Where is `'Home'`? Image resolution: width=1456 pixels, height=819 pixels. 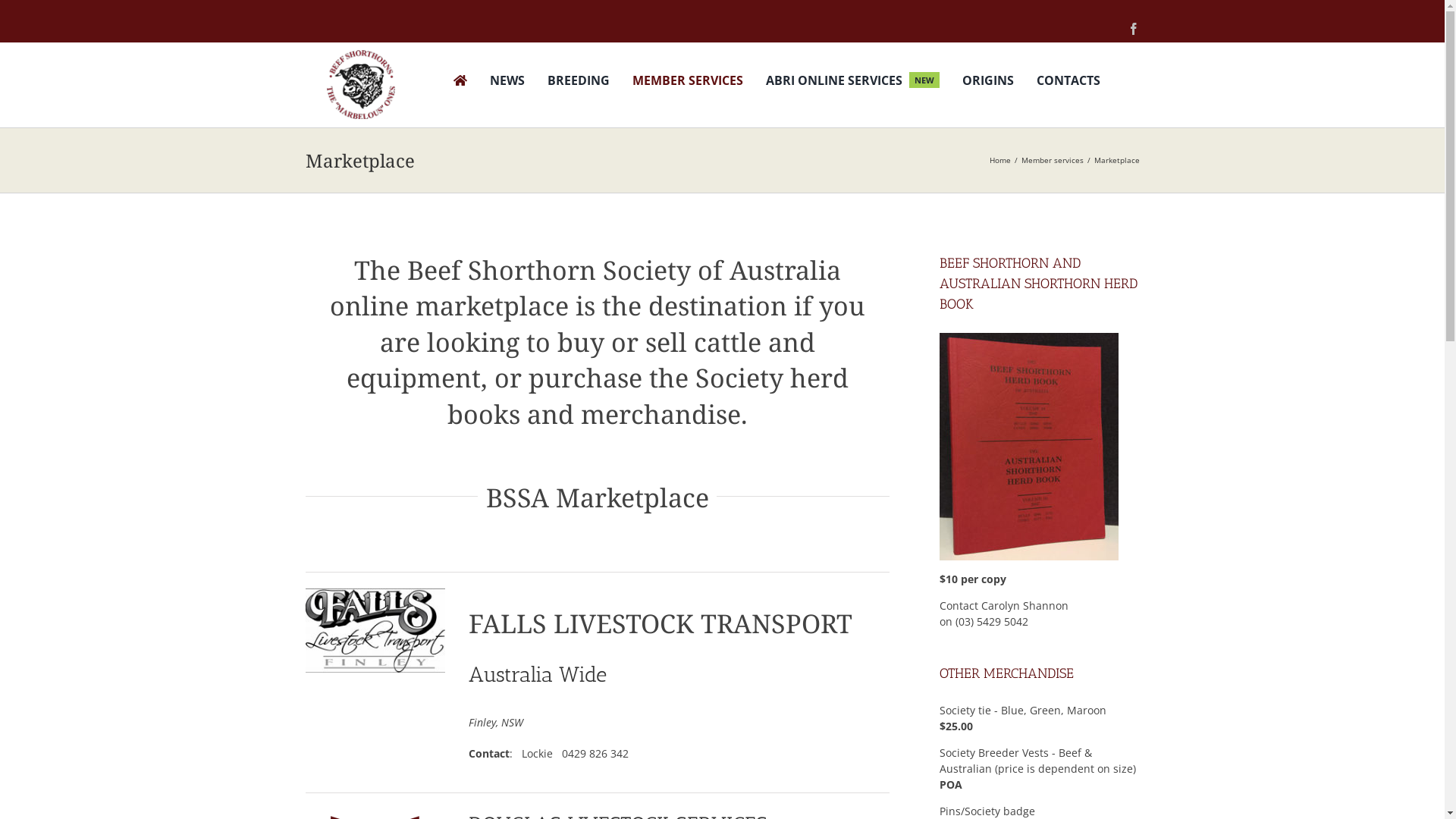
'Home' is located at coordinates (999, 160).